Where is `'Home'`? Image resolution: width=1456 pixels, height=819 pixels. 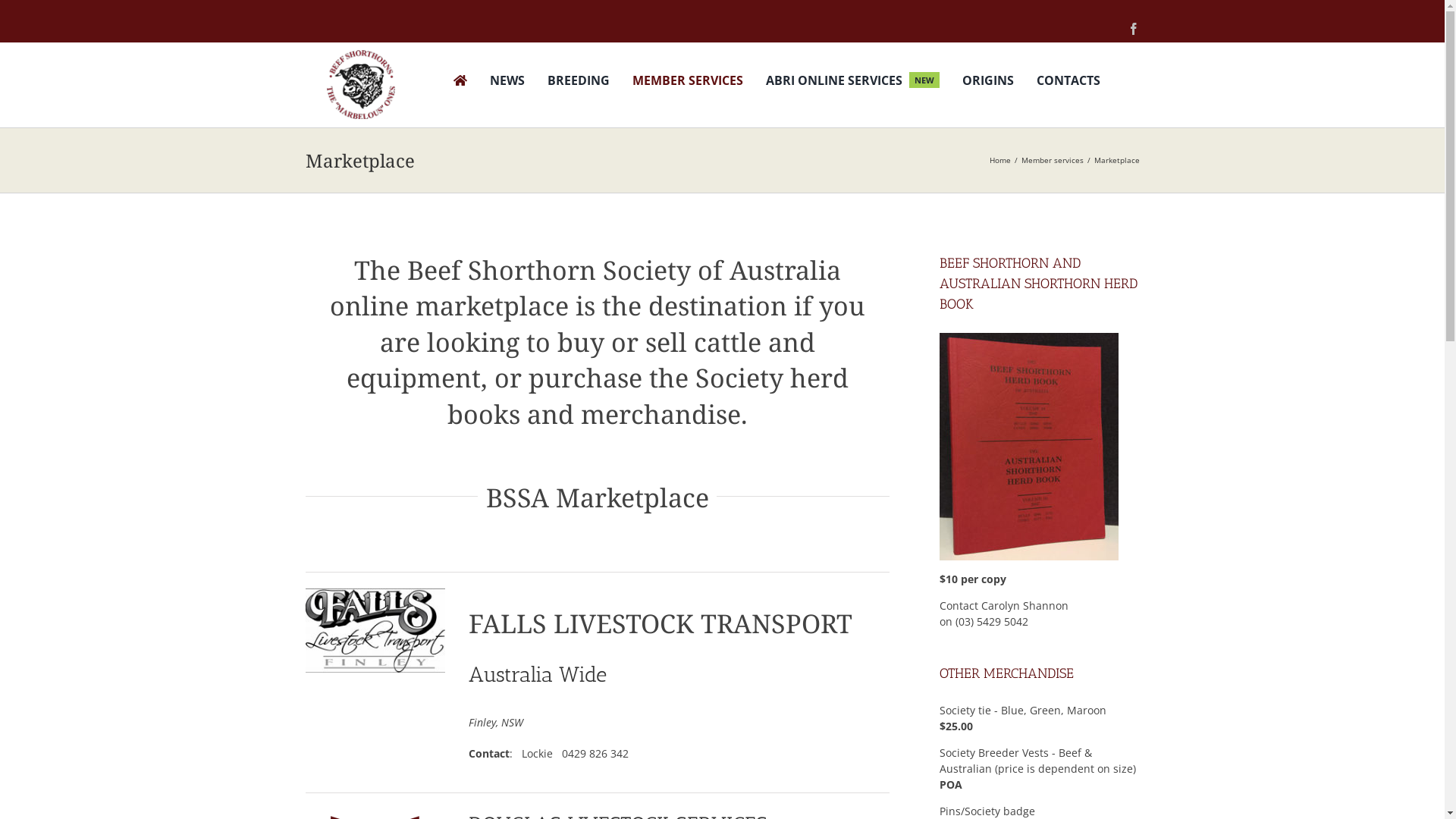
'Home' is located at coordinates (999, 160).